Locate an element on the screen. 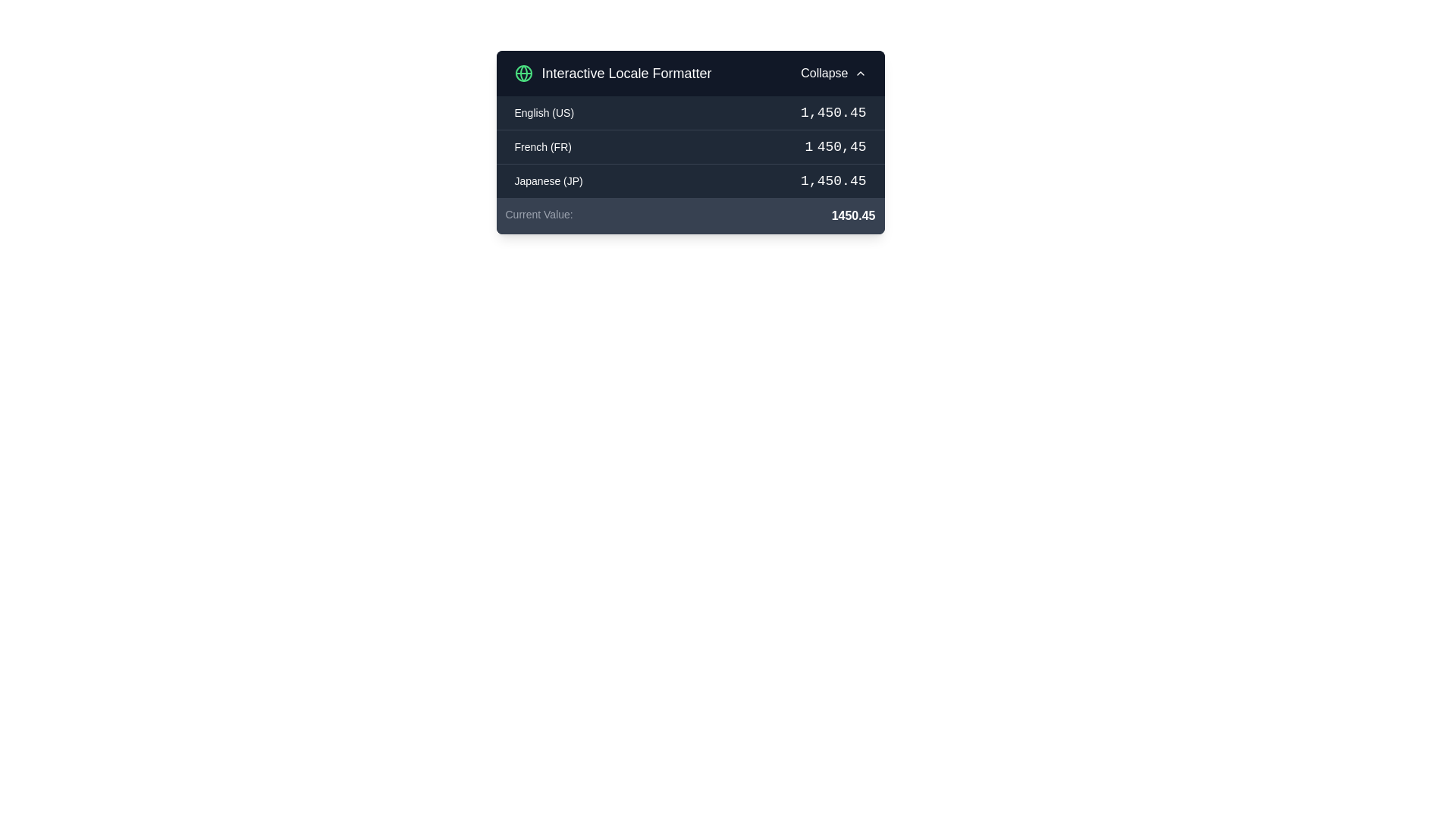  the small, upward-pointing chevron icon located to the right of the 'Collapse' text is located at coordinates (860, 73).